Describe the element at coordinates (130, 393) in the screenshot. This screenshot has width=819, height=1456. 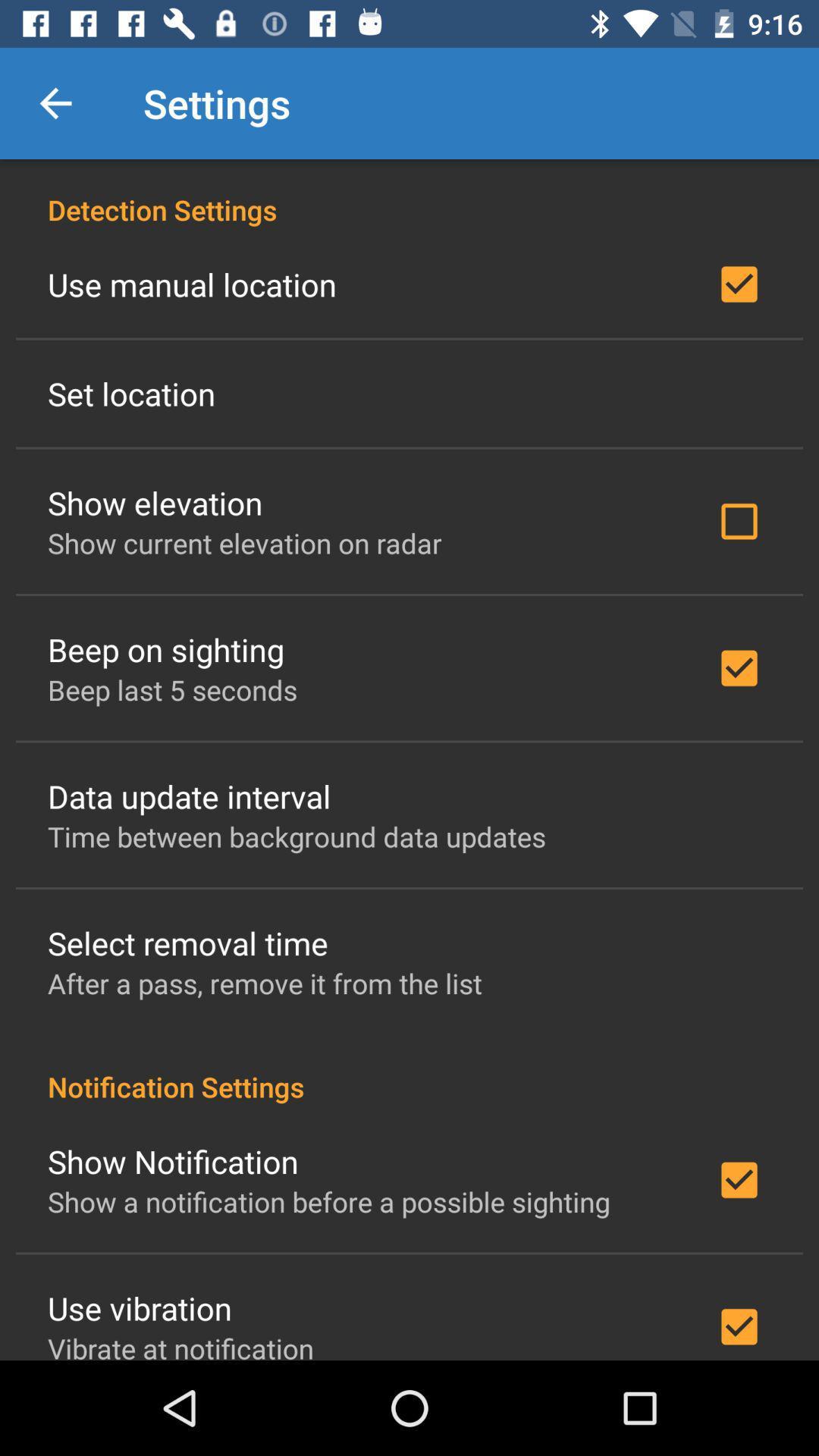
I see `the set location` at that location.